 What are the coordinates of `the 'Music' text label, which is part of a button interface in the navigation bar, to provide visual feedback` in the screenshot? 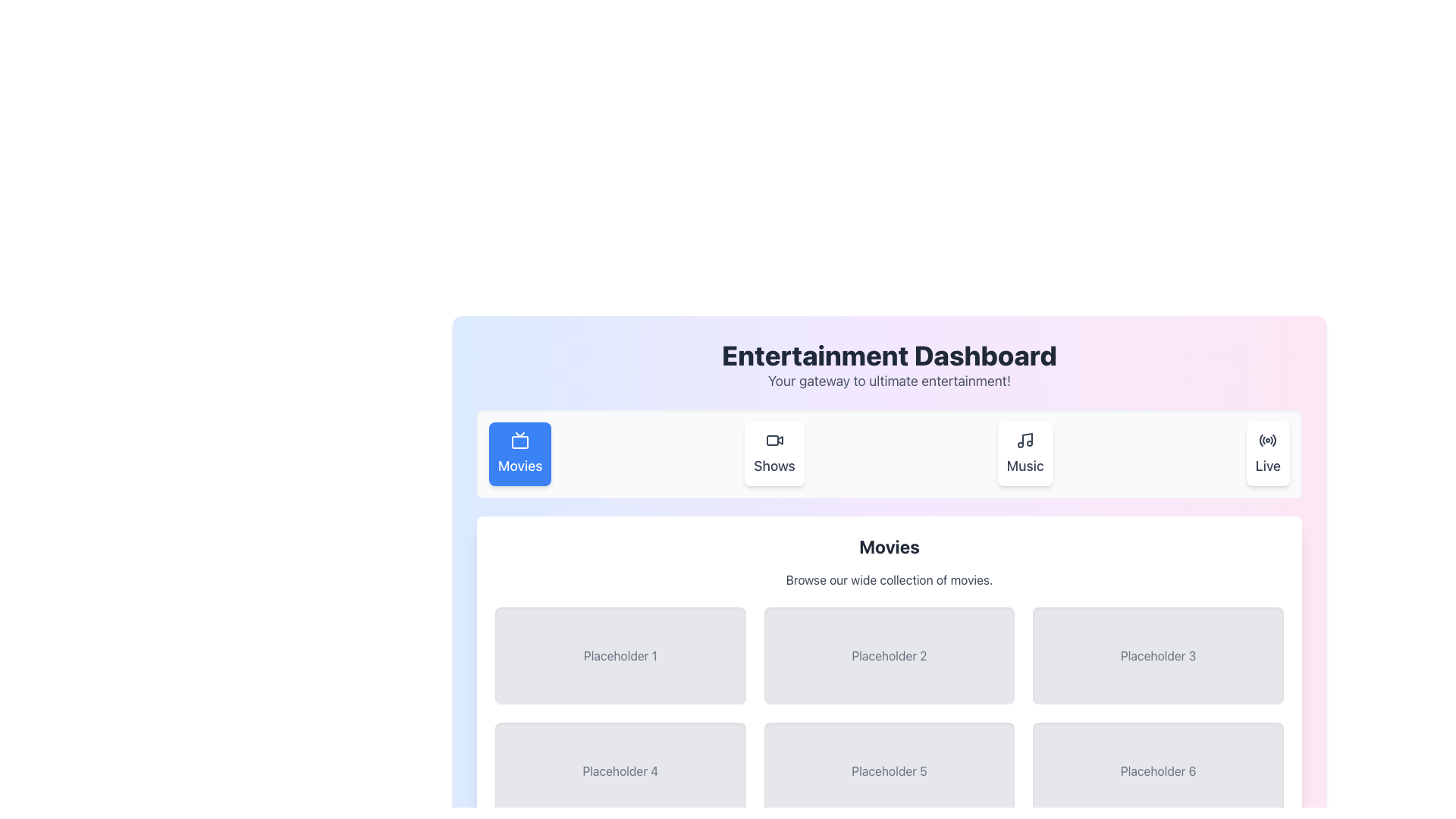 It's located at (1025, 465).